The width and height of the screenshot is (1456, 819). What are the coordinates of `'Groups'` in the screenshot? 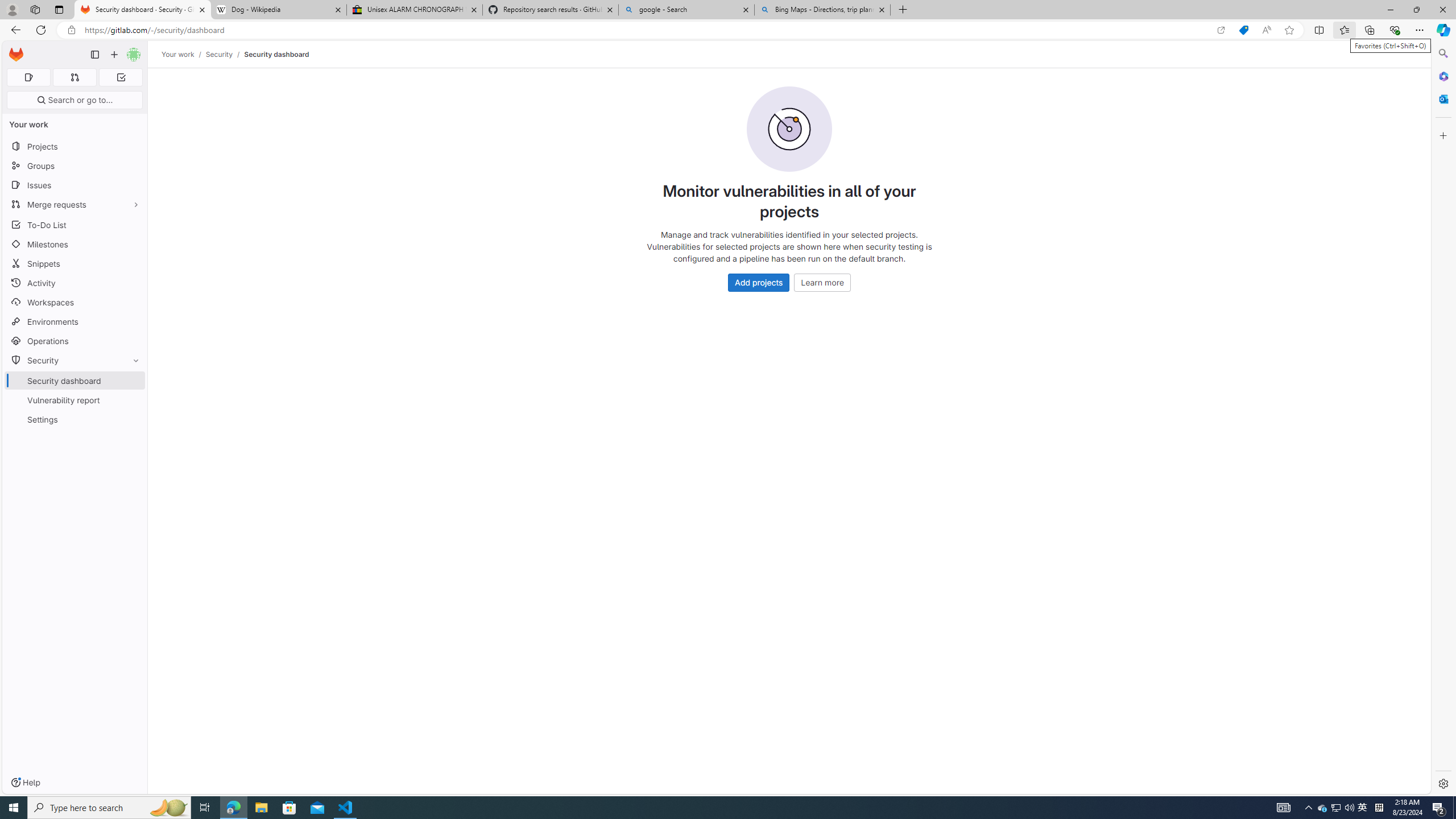 It's located at (74, 166).